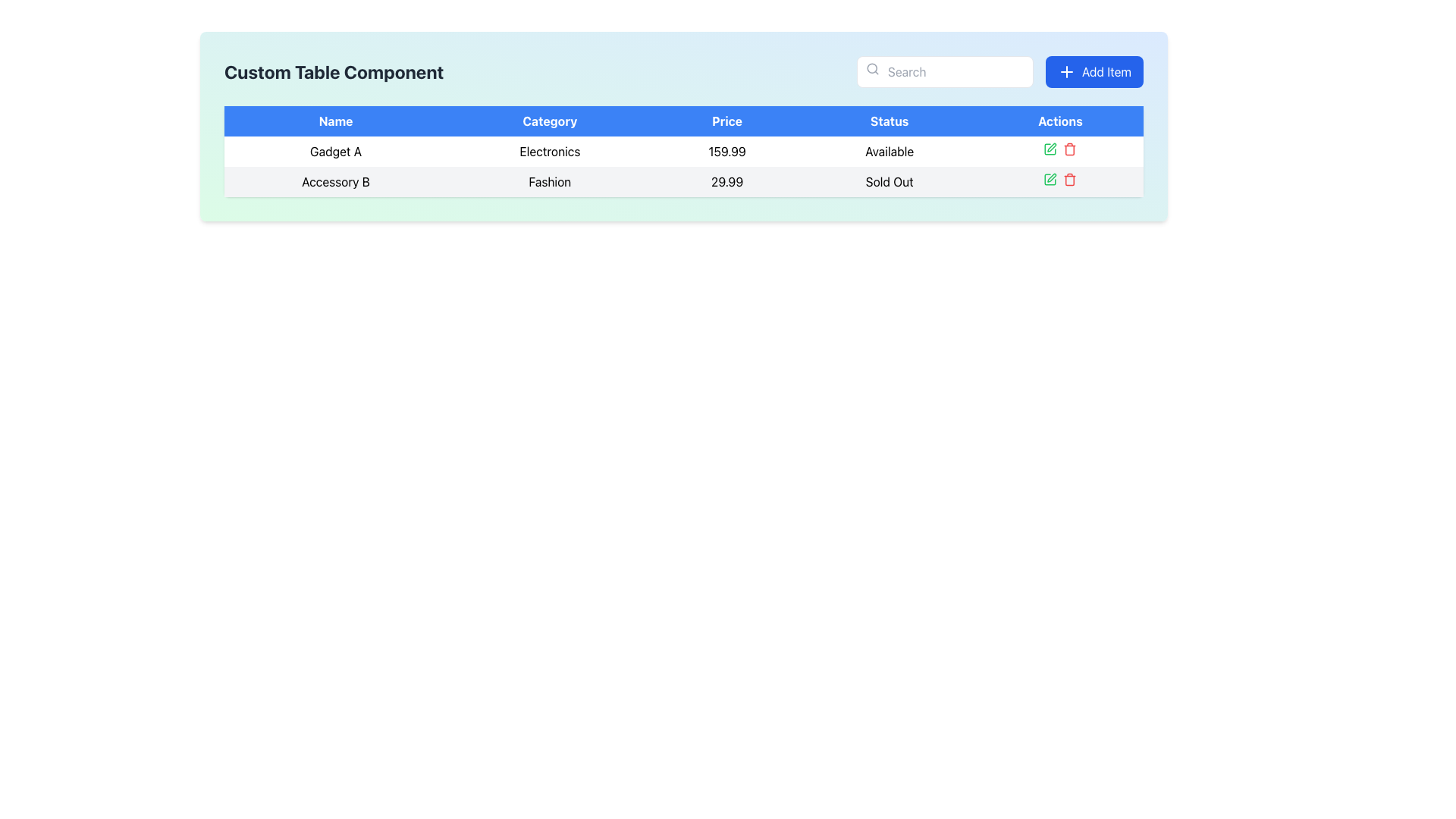 Image resolution: width=1456 pixels, height=819 pixels. What do you see at coordinates (1050, 178) in the screenshot?
I see `the edit icon in the 'Actions' column for 'Accessory B' in the table, which indicates the action of editing` at bounding box center [1050, 178].